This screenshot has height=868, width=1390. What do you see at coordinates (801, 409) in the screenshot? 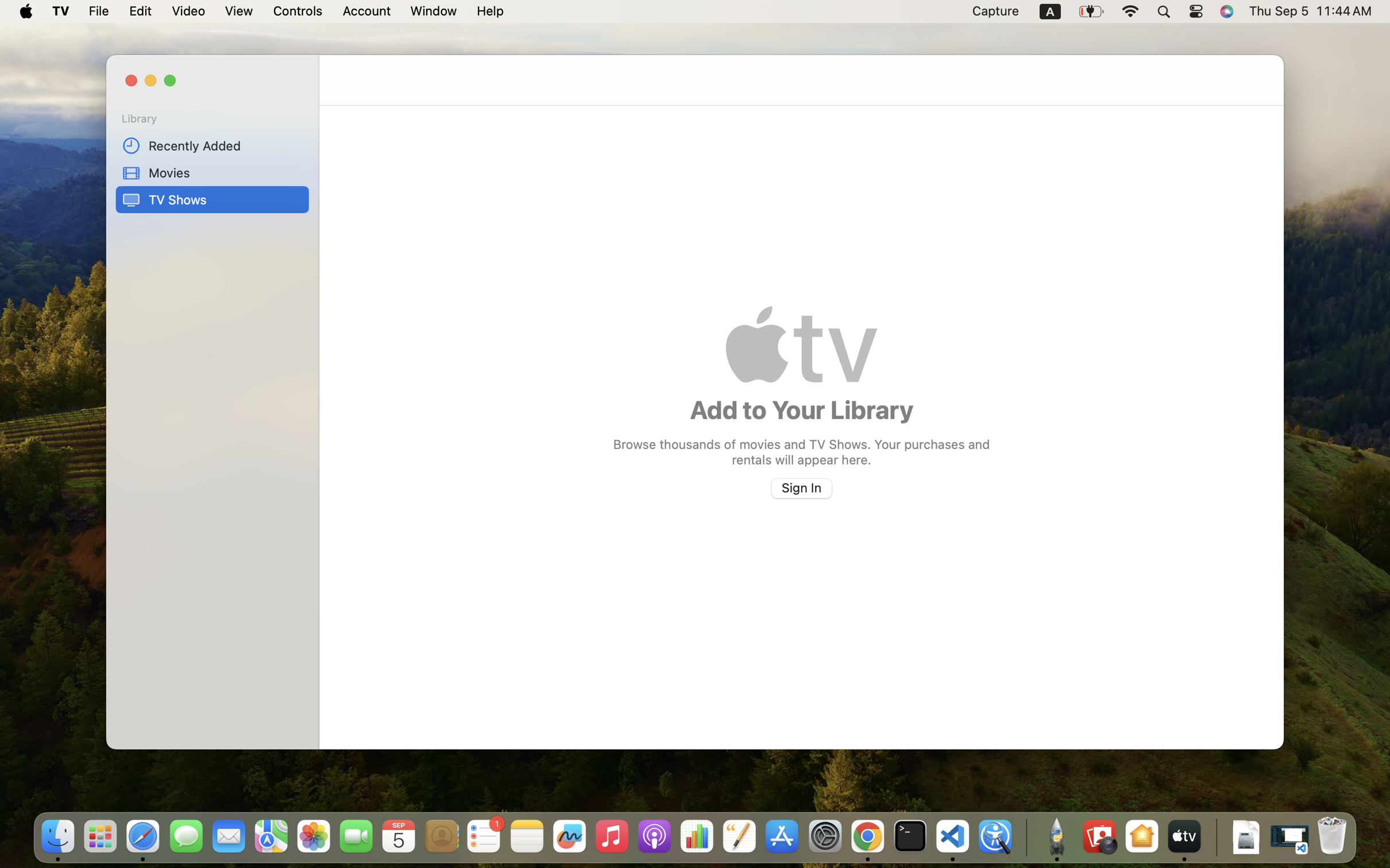
I see `'Add to Your Library'` at bounding box center [801, 409].